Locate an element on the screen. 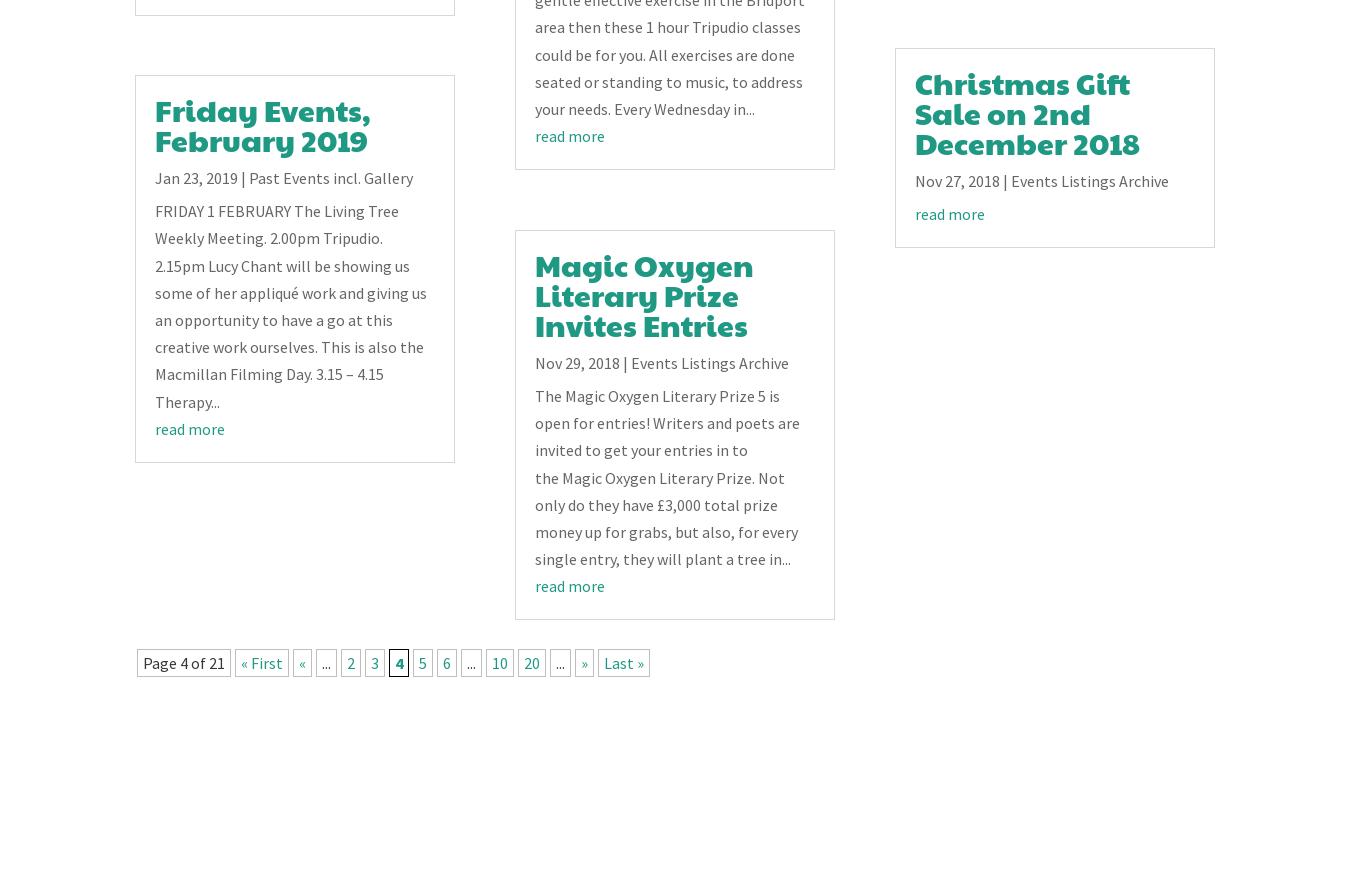  '3' is located at coordinates (370, 663).